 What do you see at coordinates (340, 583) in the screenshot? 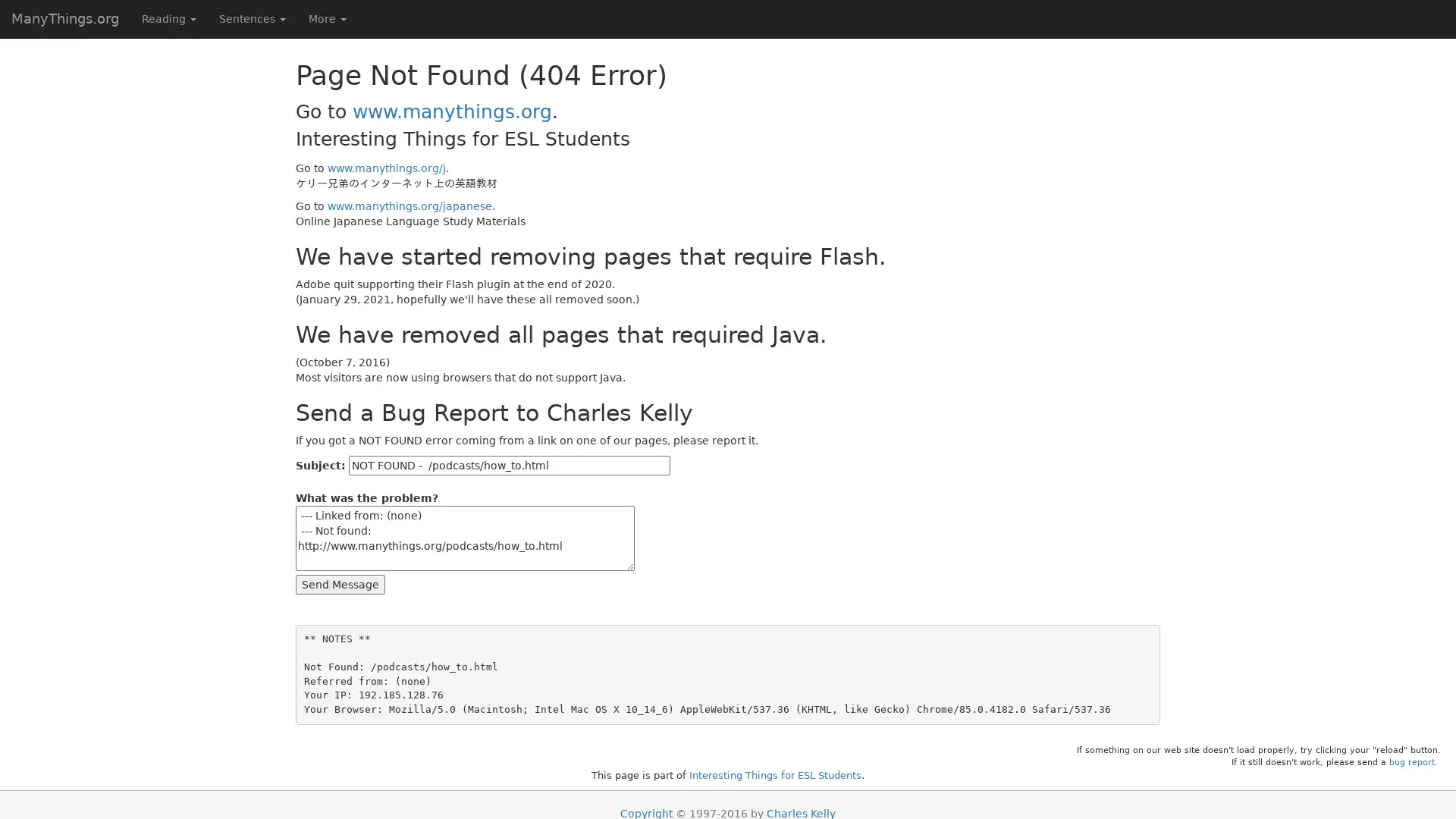
I see `Send Message` at bounding box center [340, 583].